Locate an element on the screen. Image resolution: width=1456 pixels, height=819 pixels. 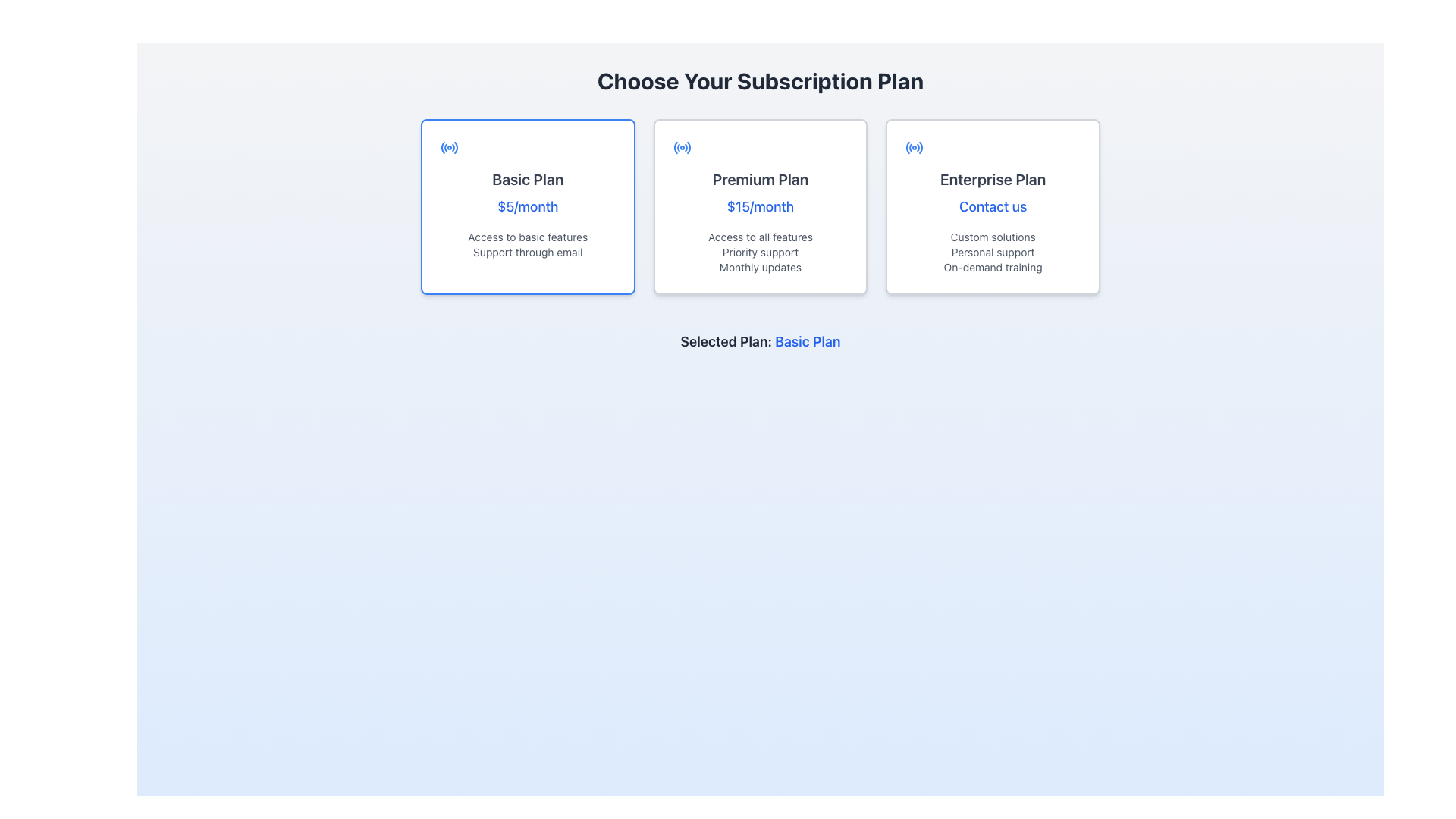
the text label displaying '$5/month' which is styled in blue and positioned below the title 'Basic Plan' in the subscription plans card is located at coordinates (528, 207).